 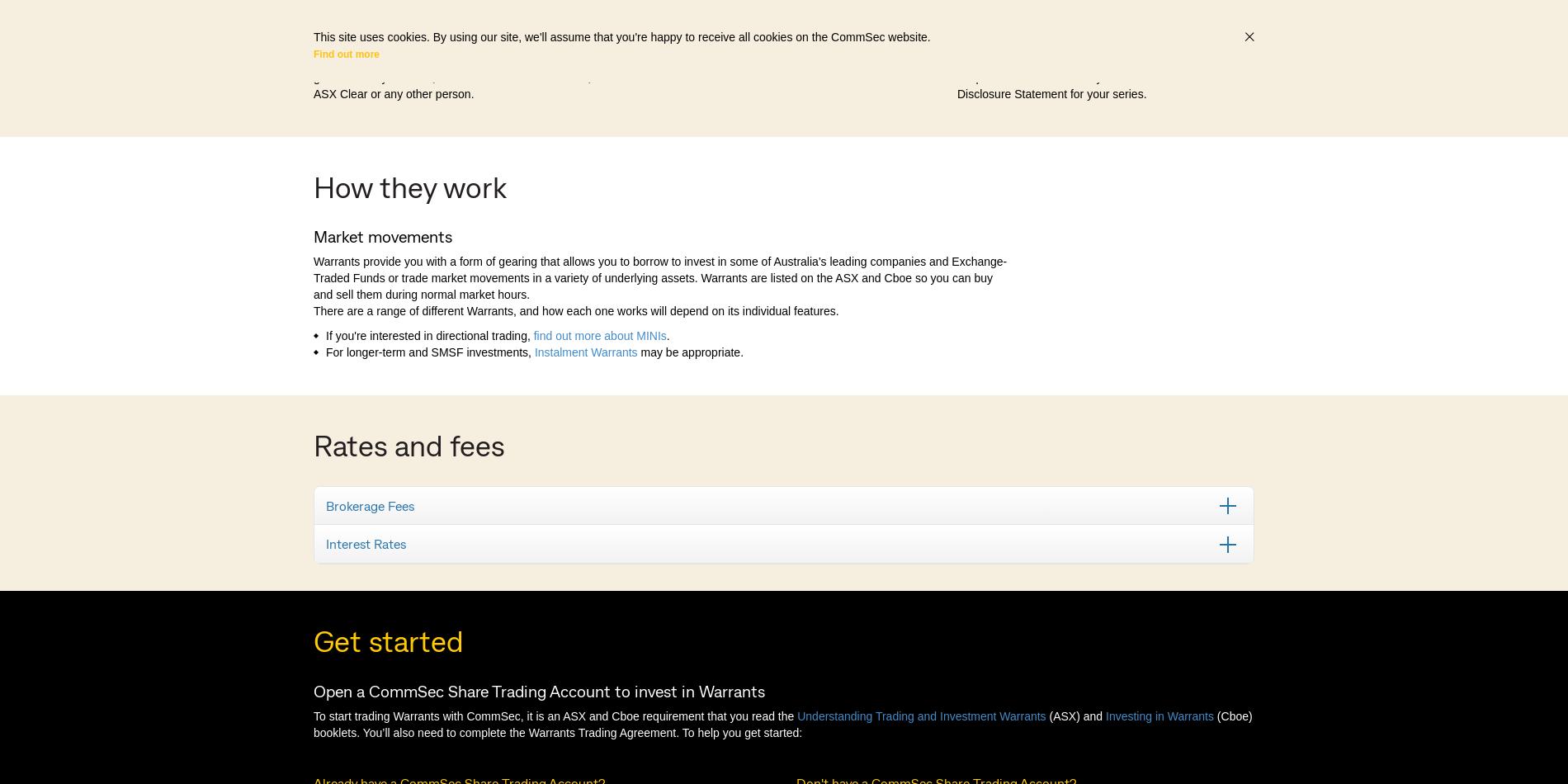 I want to click on 'This site uses cookies. By using our site, we'll assume that you're happy to receive all cookies on the CommSec website.', so click(x=621, y=35).